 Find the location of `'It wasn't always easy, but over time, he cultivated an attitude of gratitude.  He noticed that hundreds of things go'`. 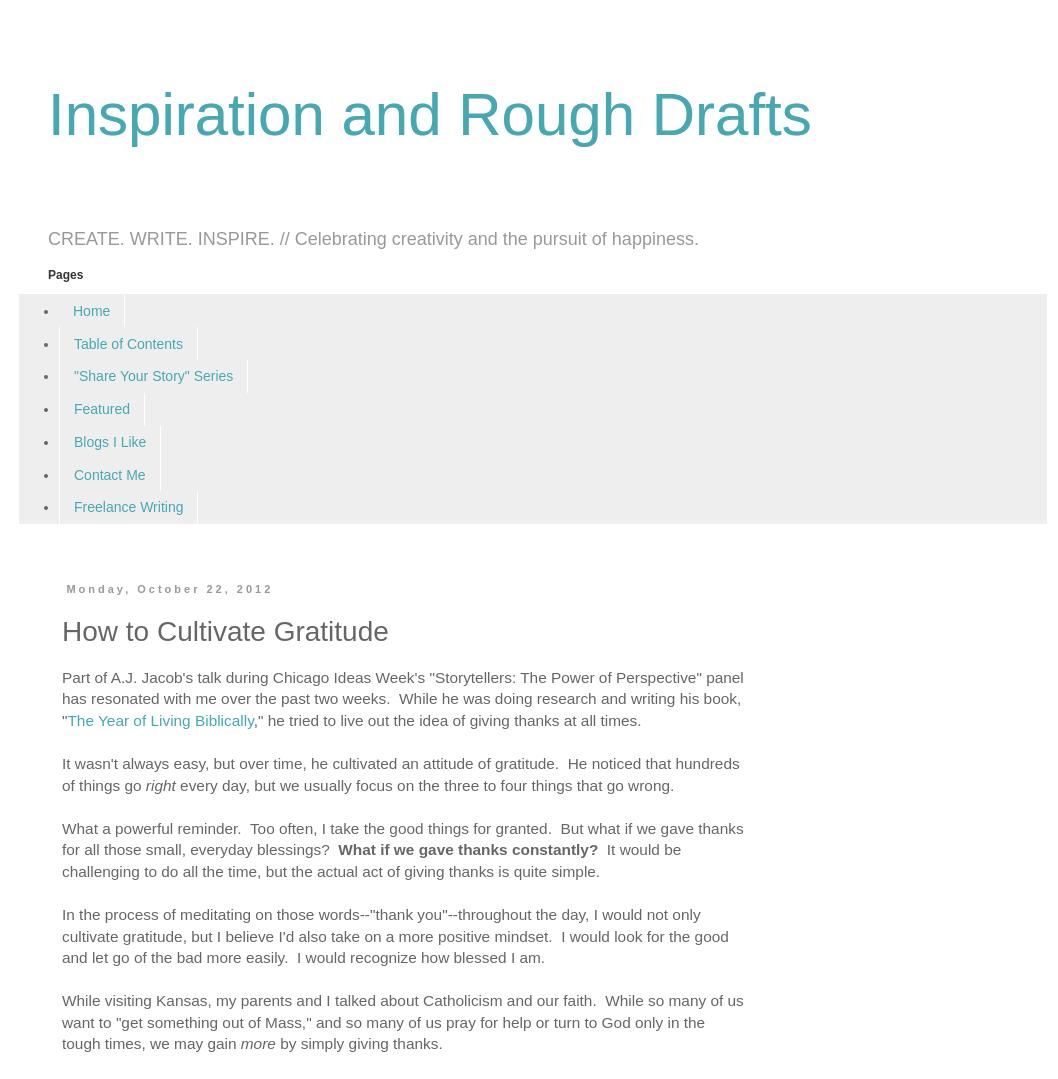

'It wasn't always easy, but over time, he cultivated an attitude of gratitude.  He noticed that hundreds of things go' is located at coordinates (400, 773).